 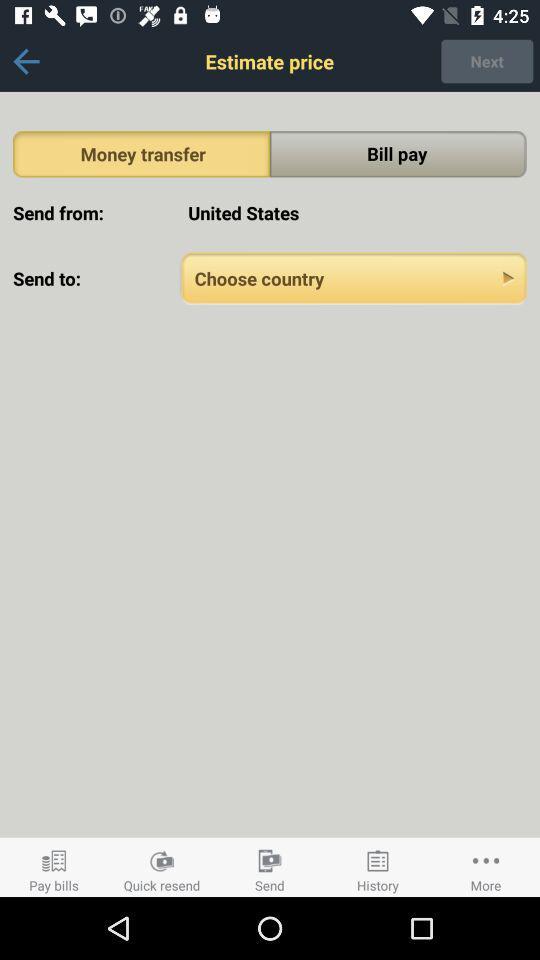 What do you see at coordinates (353, 213) in the screenshot?
I see `the item above the send to:` at bounding box center [353, 213].